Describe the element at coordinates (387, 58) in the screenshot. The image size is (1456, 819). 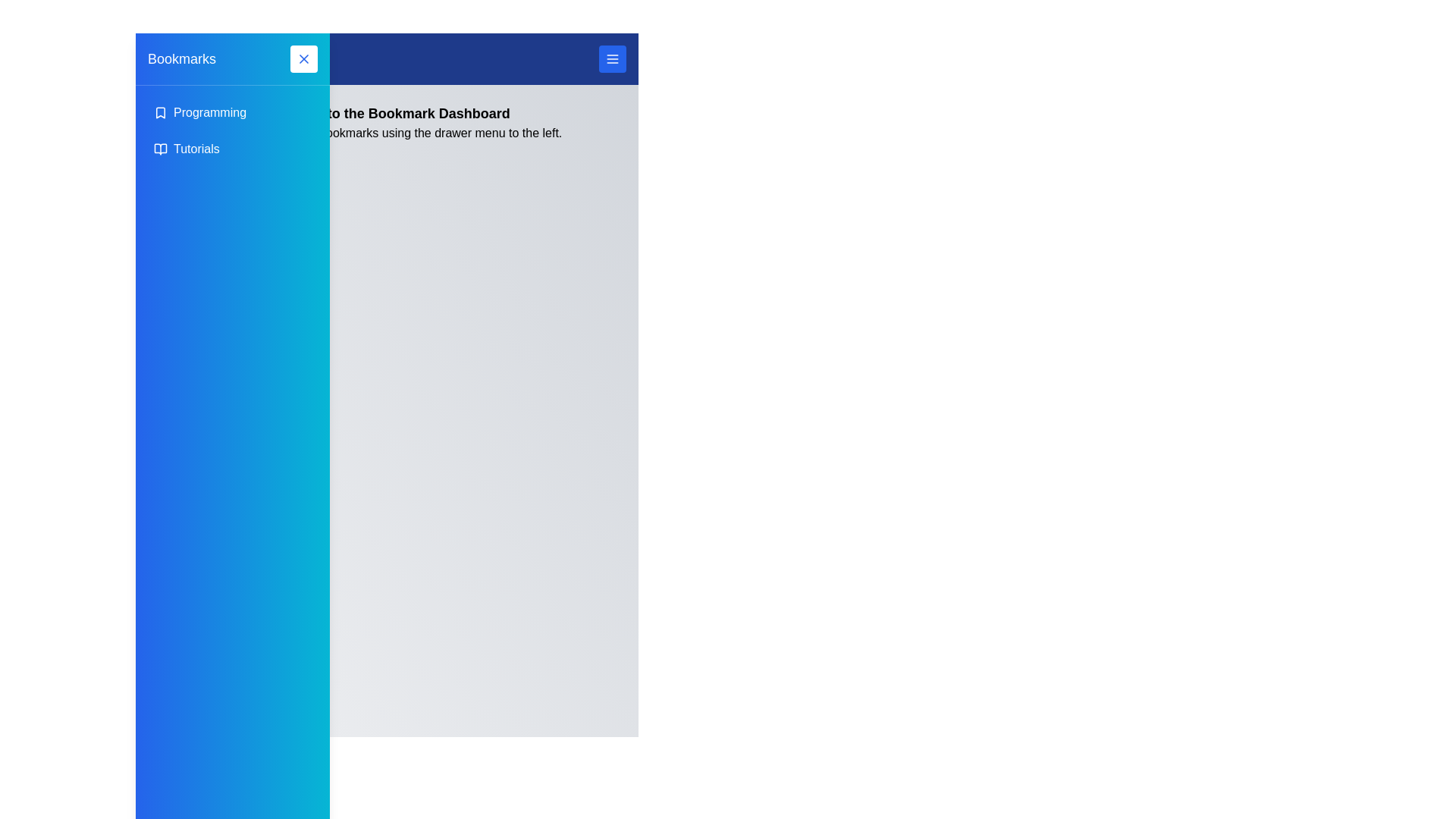
I see `the blue rectangular banner labeled 'Dashboard' at the top of the interface` at that location.